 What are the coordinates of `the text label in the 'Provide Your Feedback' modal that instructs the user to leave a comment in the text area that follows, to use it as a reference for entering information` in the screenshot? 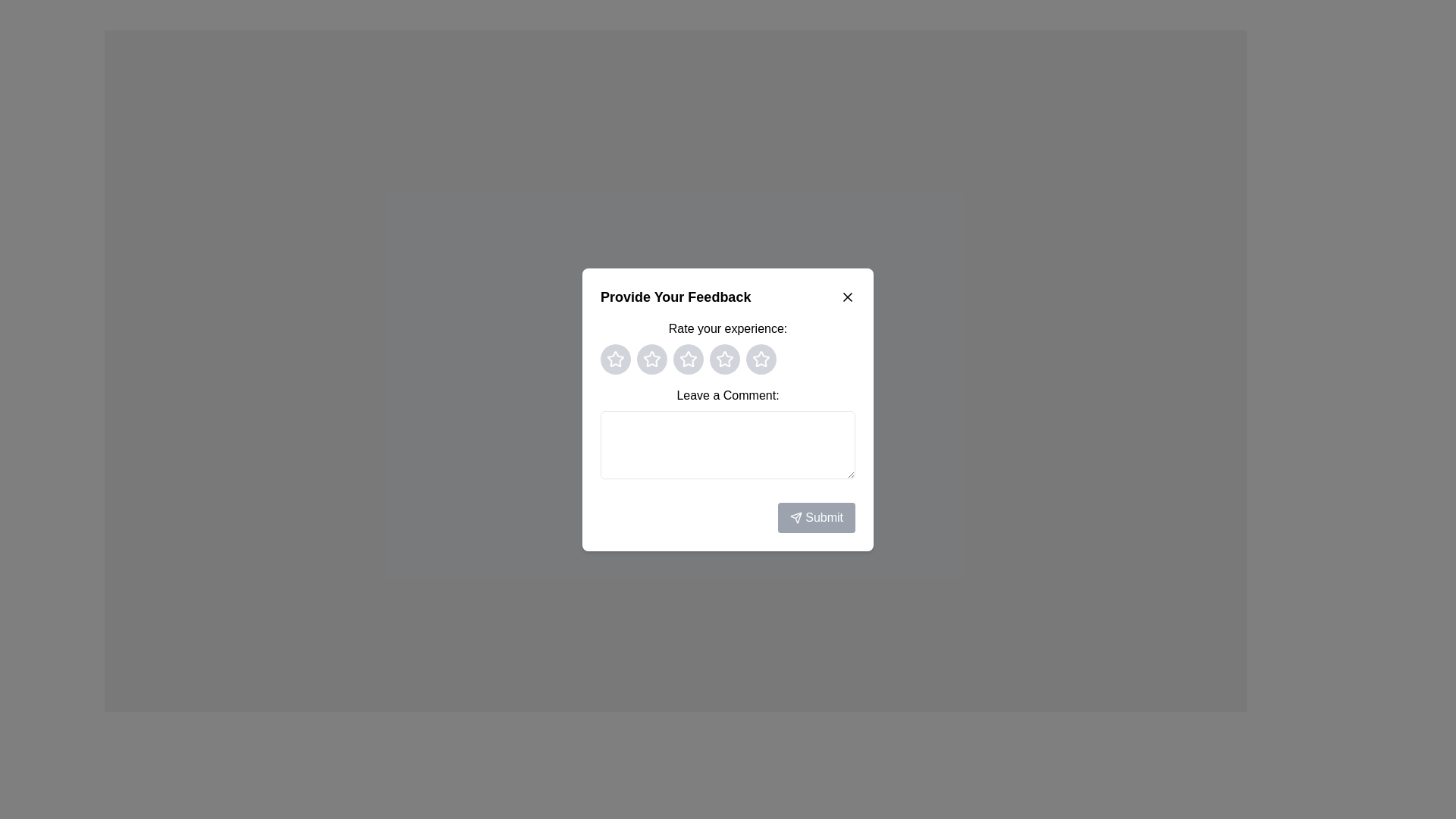 It's located at (728, 394).